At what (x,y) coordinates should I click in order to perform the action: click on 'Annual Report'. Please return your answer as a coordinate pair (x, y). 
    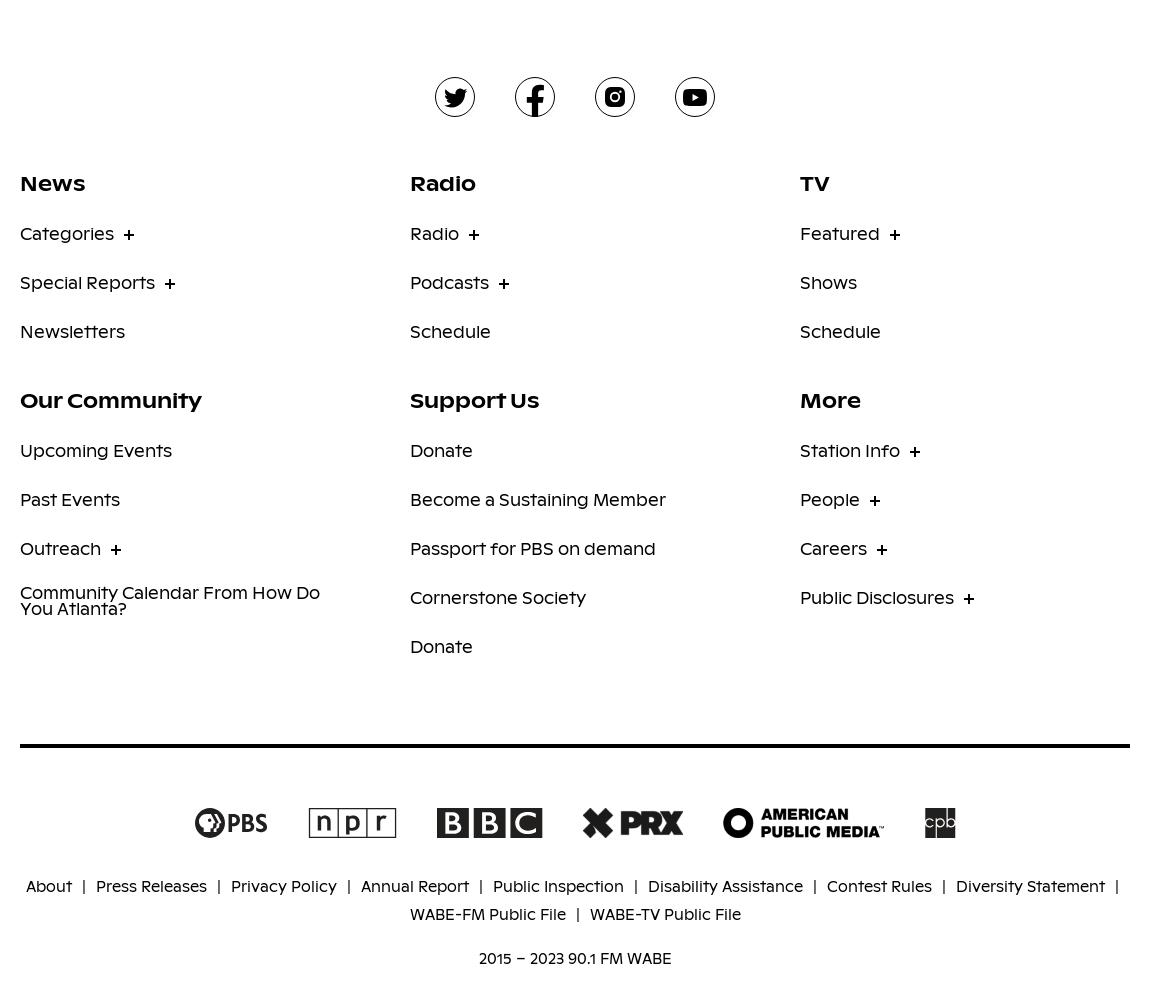
    Looking at the image, I should click on (414, 885).